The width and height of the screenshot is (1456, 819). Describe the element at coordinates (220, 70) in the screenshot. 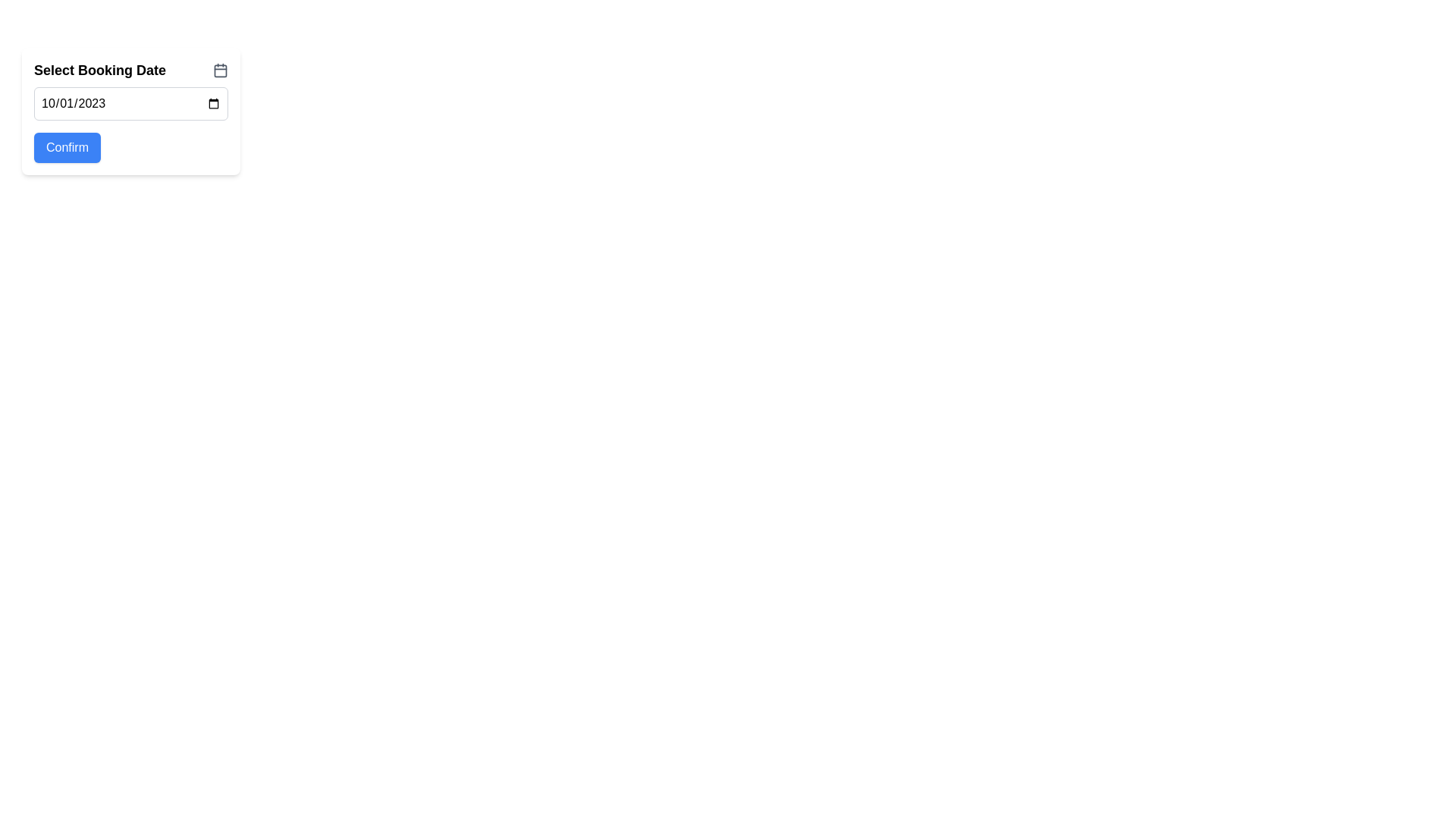

I see `the visual representation of the calendar icon, which is a monochromatic gray icon with an outline design, featuring two vertical lines at the top and a rectangular grid below, located to the right of the text 'Select Booking Date.'` at that location.